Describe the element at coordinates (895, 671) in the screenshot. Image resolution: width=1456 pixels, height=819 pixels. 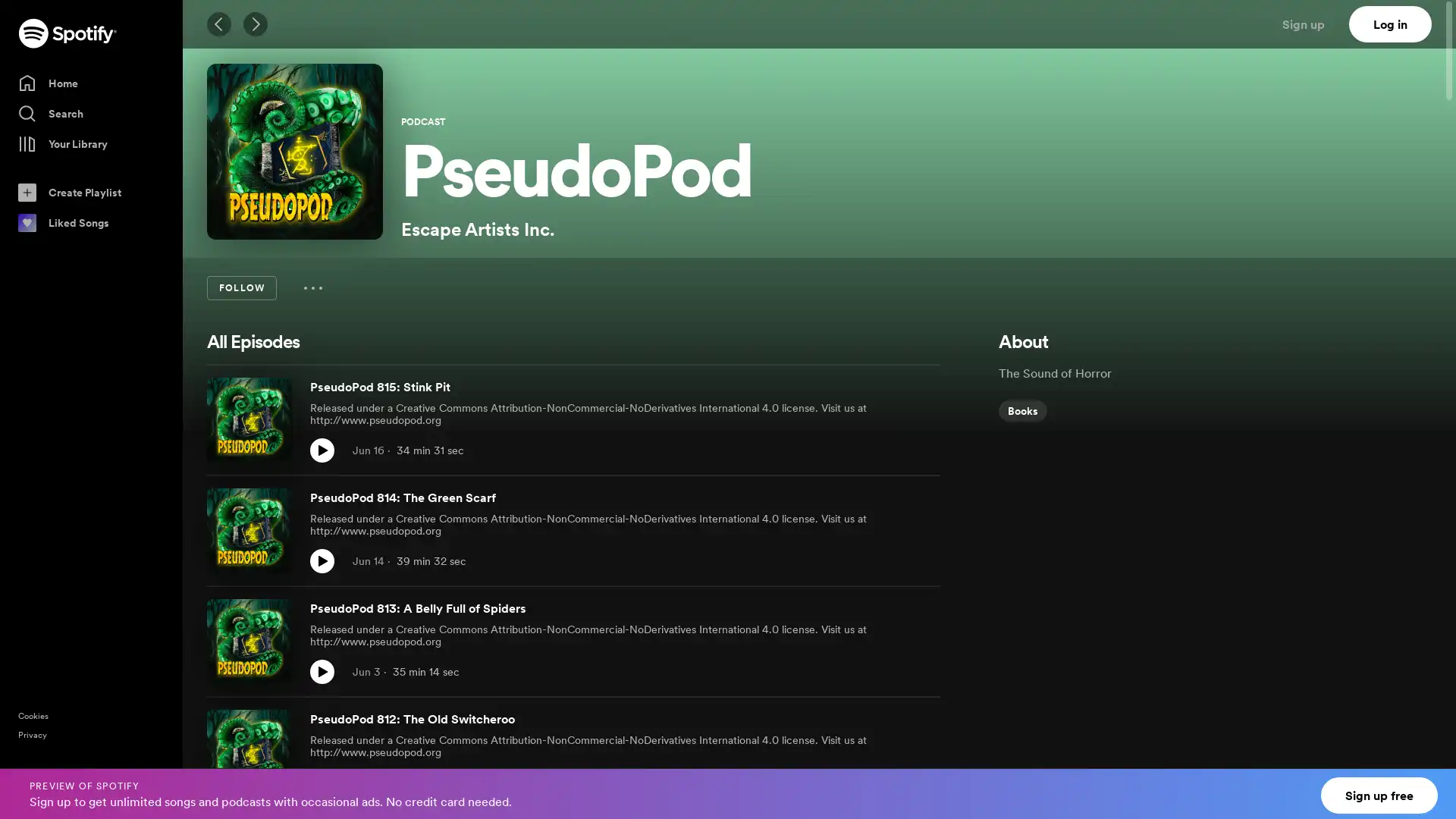
I see `Share` at that location.